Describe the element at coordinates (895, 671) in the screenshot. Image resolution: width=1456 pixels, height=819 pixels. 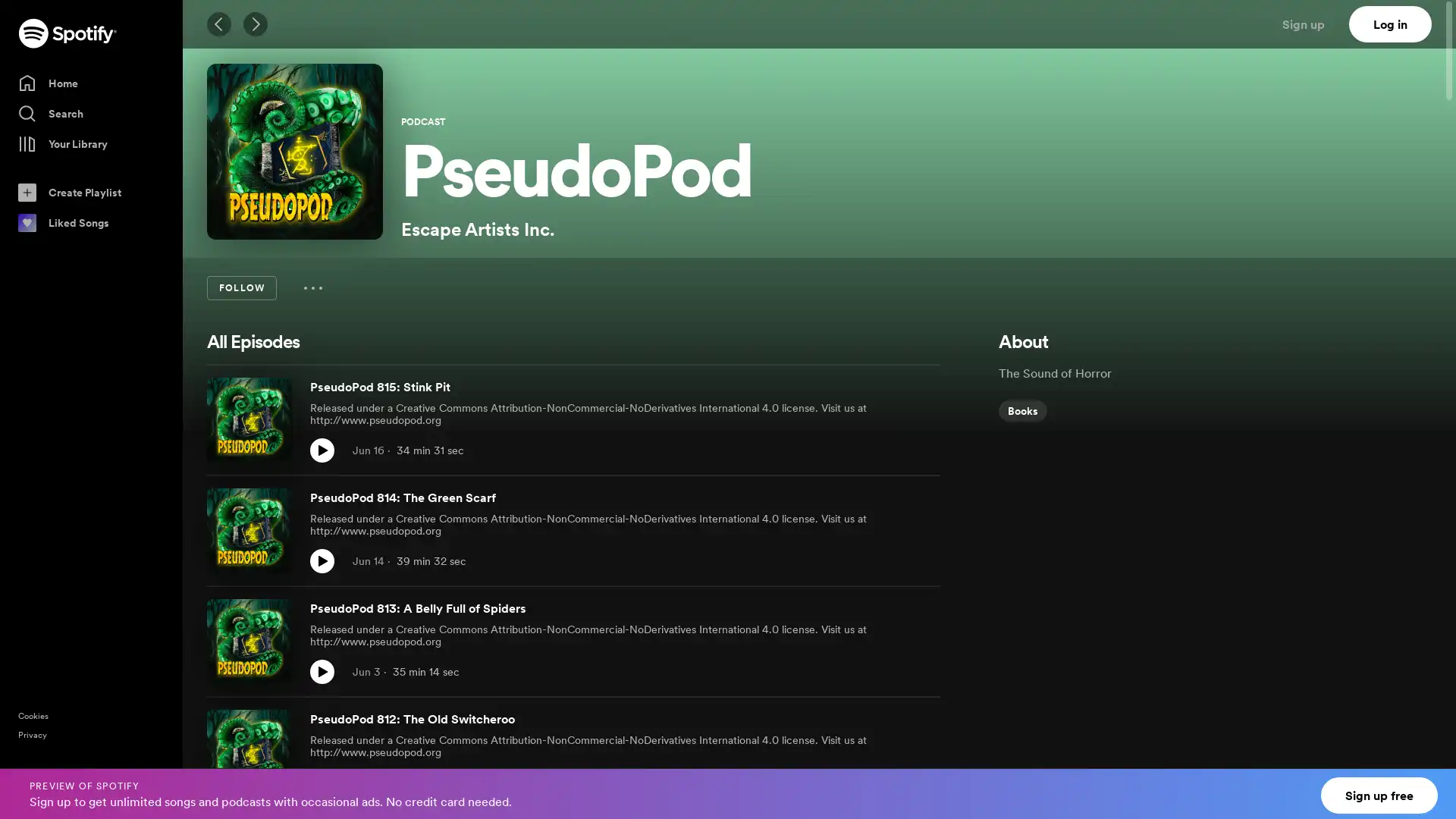
I see `Share` at that location.